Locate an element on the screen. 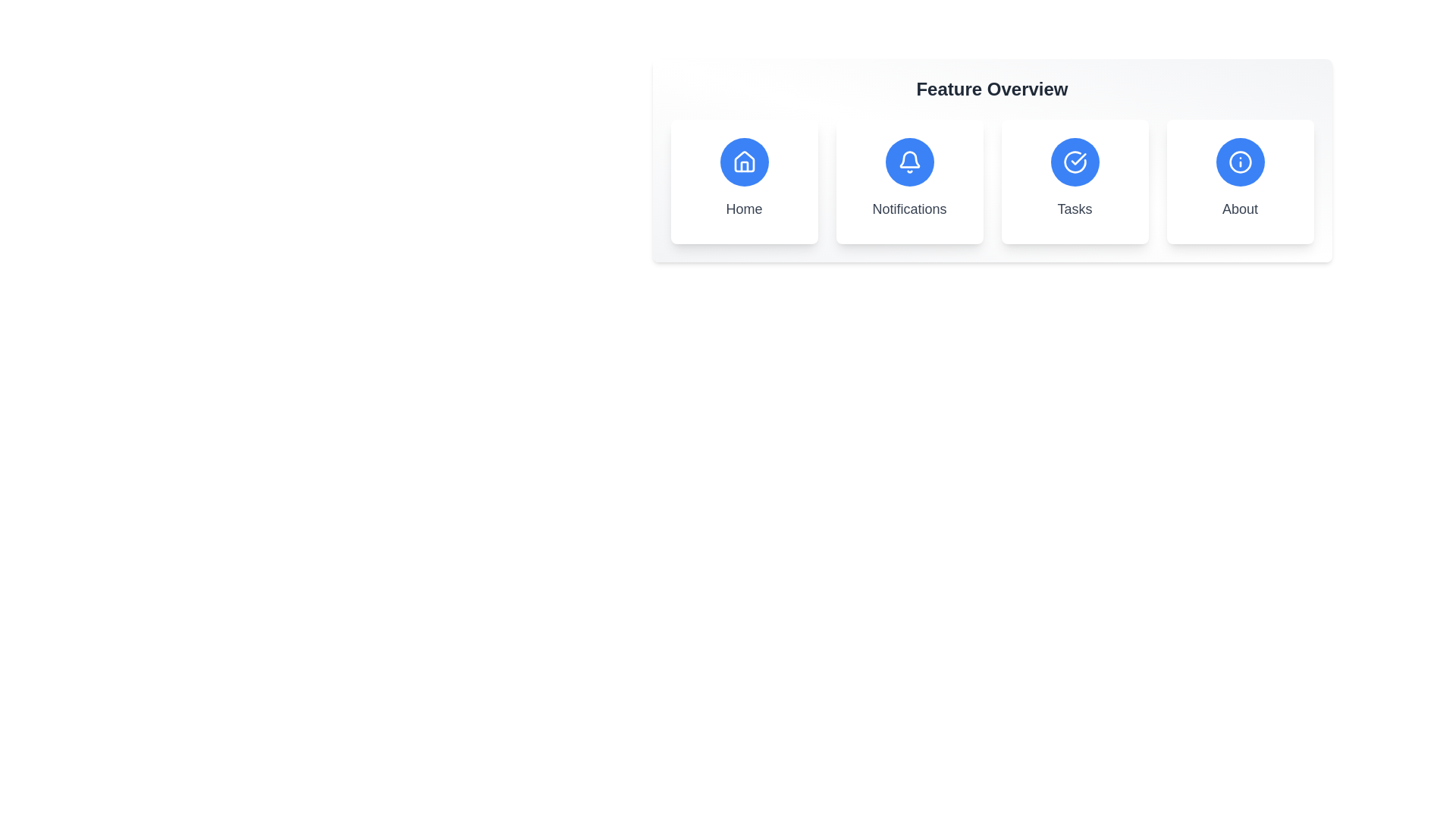 The width and height of the screenshot is (1456, 819). the 'Home' interactive icon button located on the leftmost side under the 'Feature Overview' header is located at coordinates (744, 162).